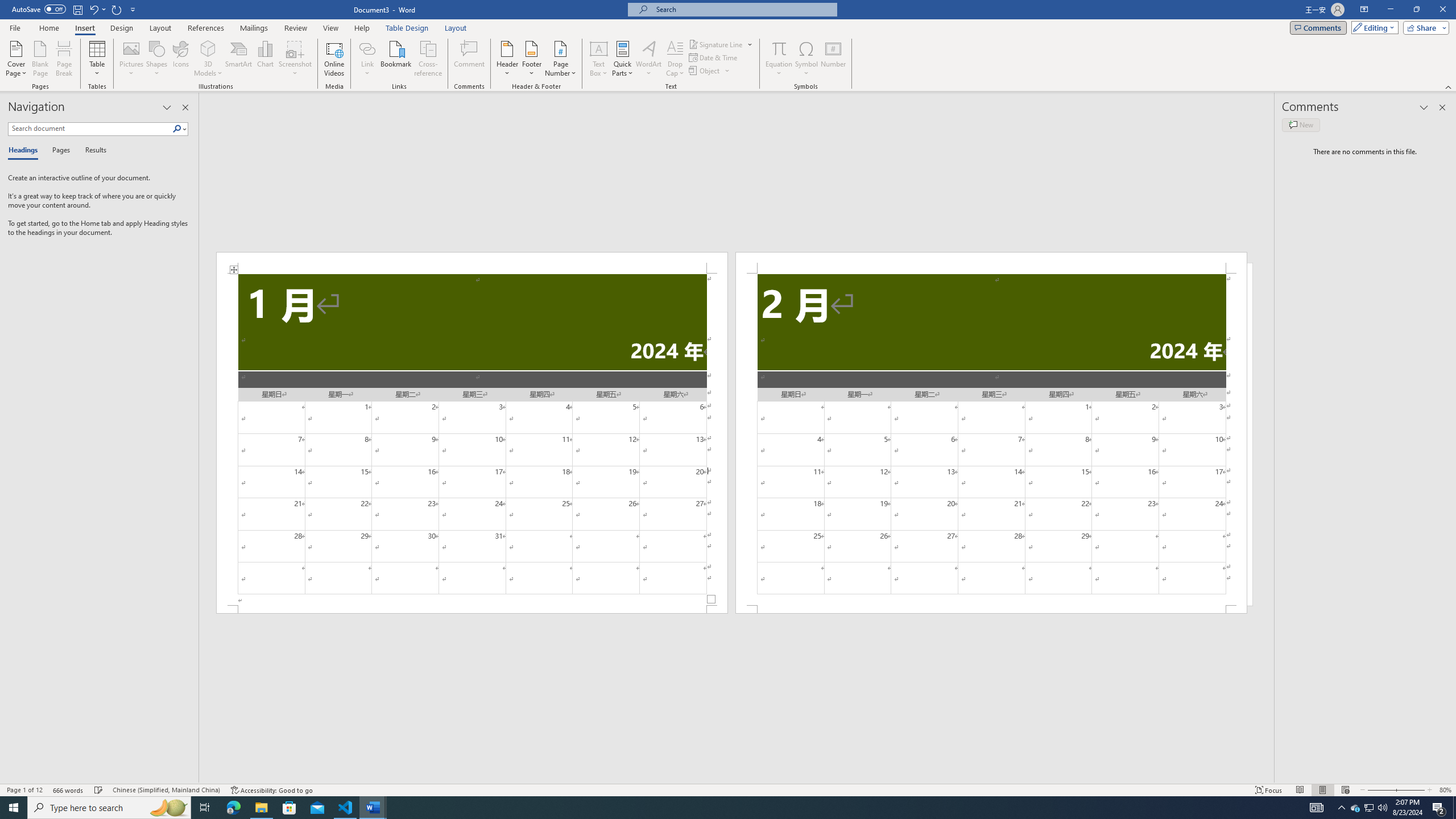  What do you see at coordinates (991, 609) in the screenshot?
I see `'Footer -Section 2-'` at bounding box center [991, 609].